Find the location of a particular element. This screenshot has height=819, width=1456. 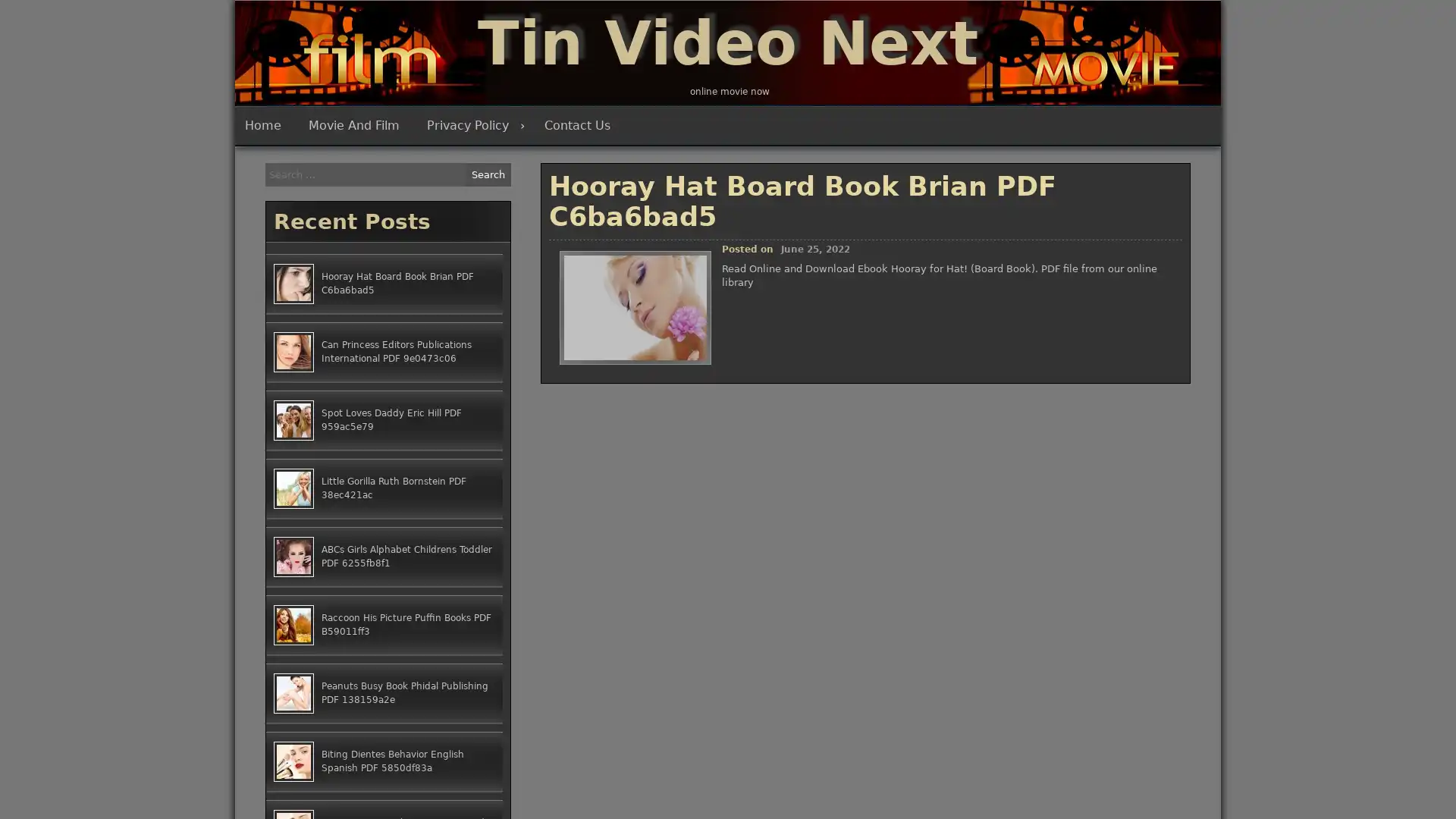

Search is located at coordinates (488, 174).